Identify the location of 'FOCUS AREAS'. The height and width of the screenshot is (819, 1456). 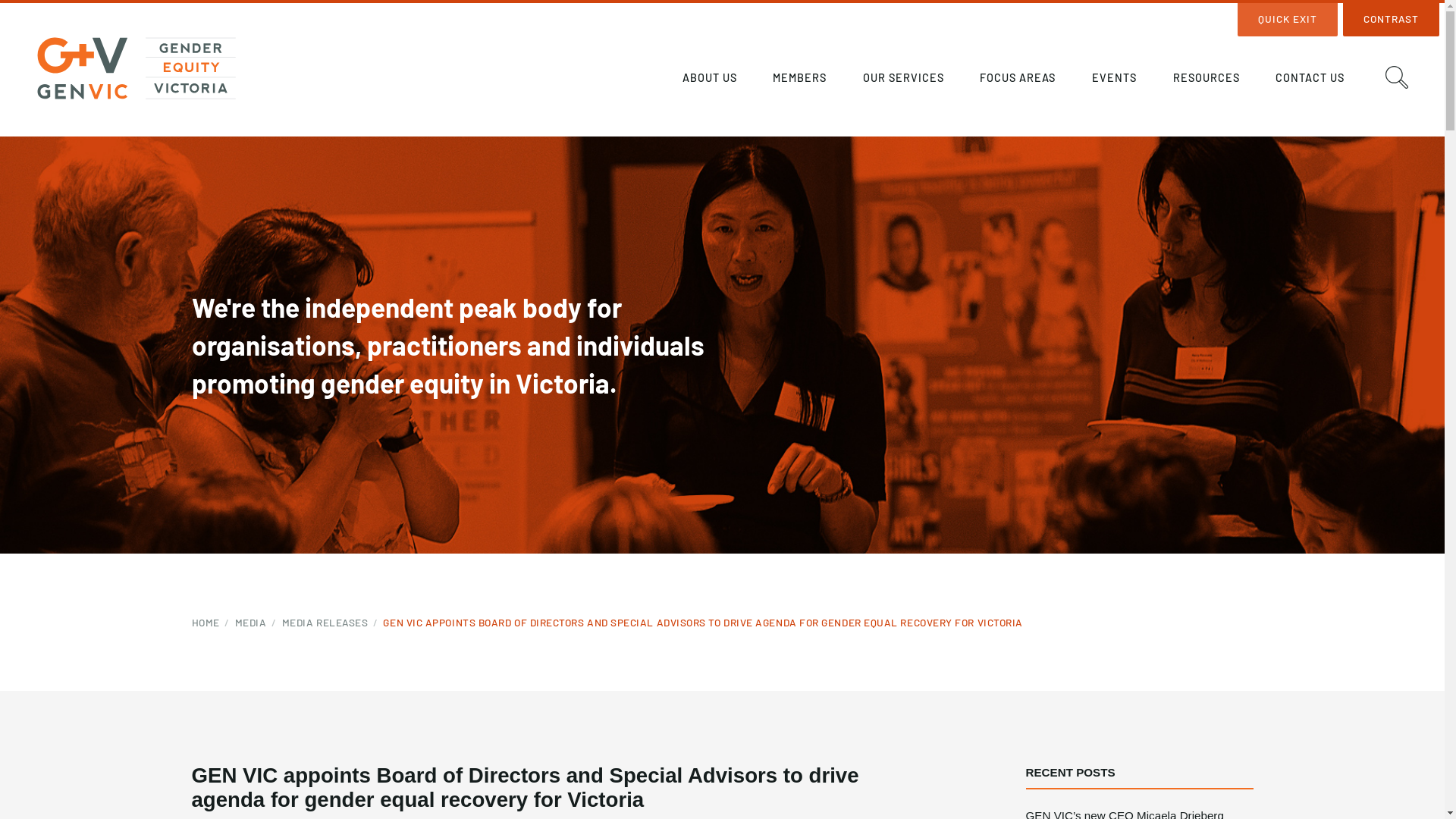
(963, 80).